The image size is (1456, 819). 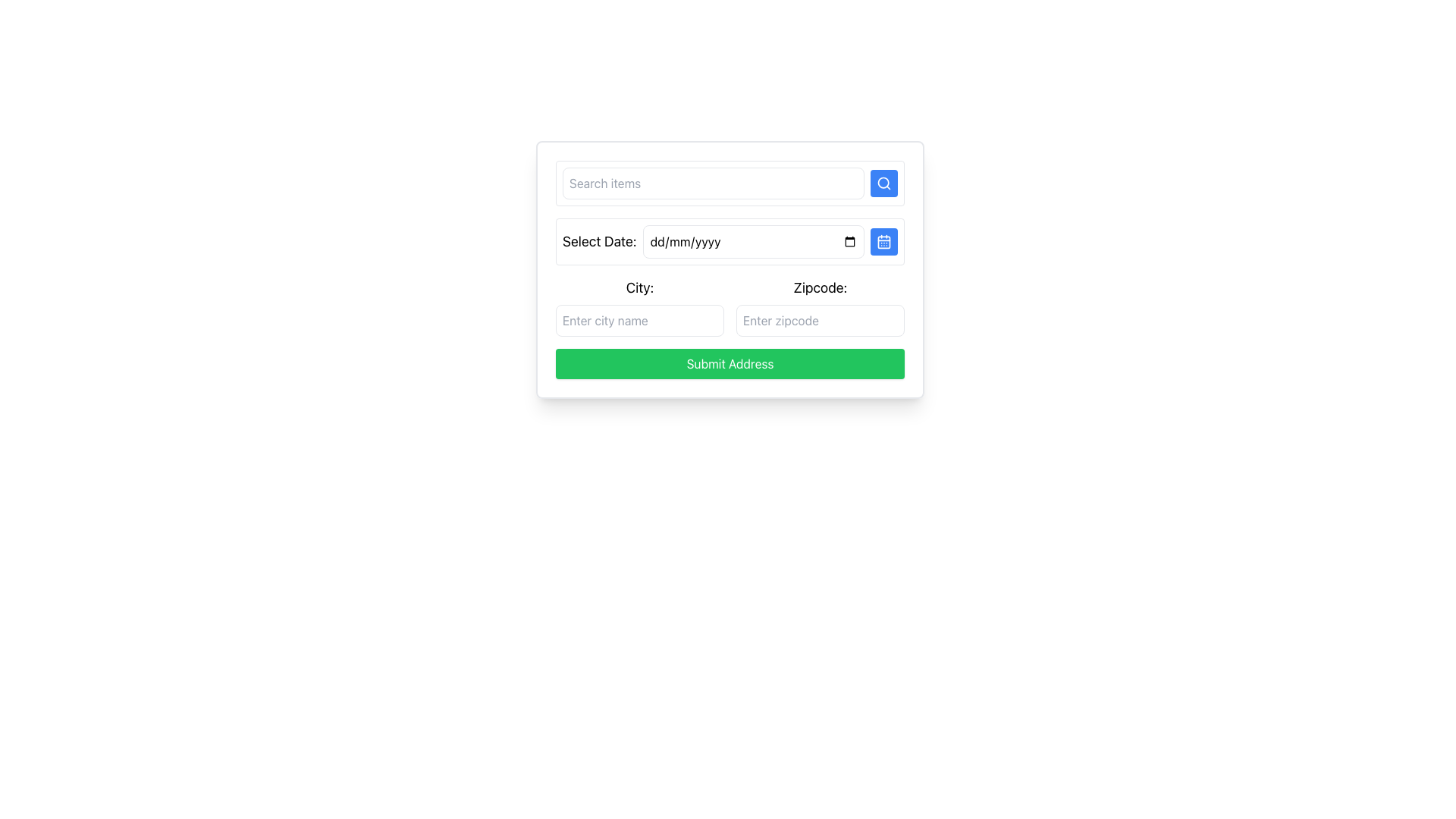 I want to click on the interactive date selection icon located to the right of the 'Select Date' input field at the top center of the interface, so click(x=884, y=241).